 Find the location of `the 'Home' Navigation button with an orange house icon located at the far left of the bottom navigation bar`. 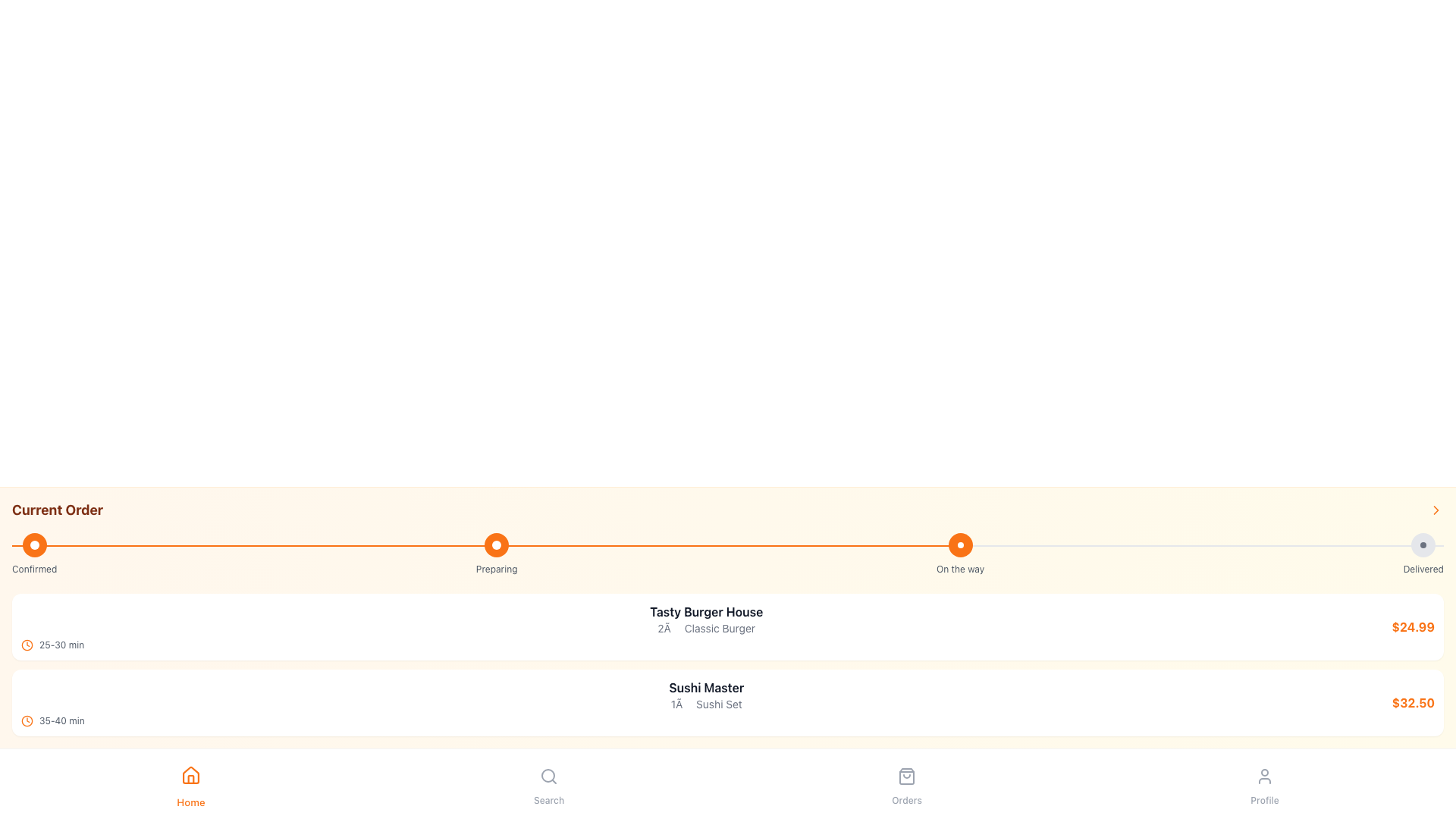

the 'Home' Navigation button with an orange house icon located at the far left of the bottom navigation bar is located at coordinates (190, 783).